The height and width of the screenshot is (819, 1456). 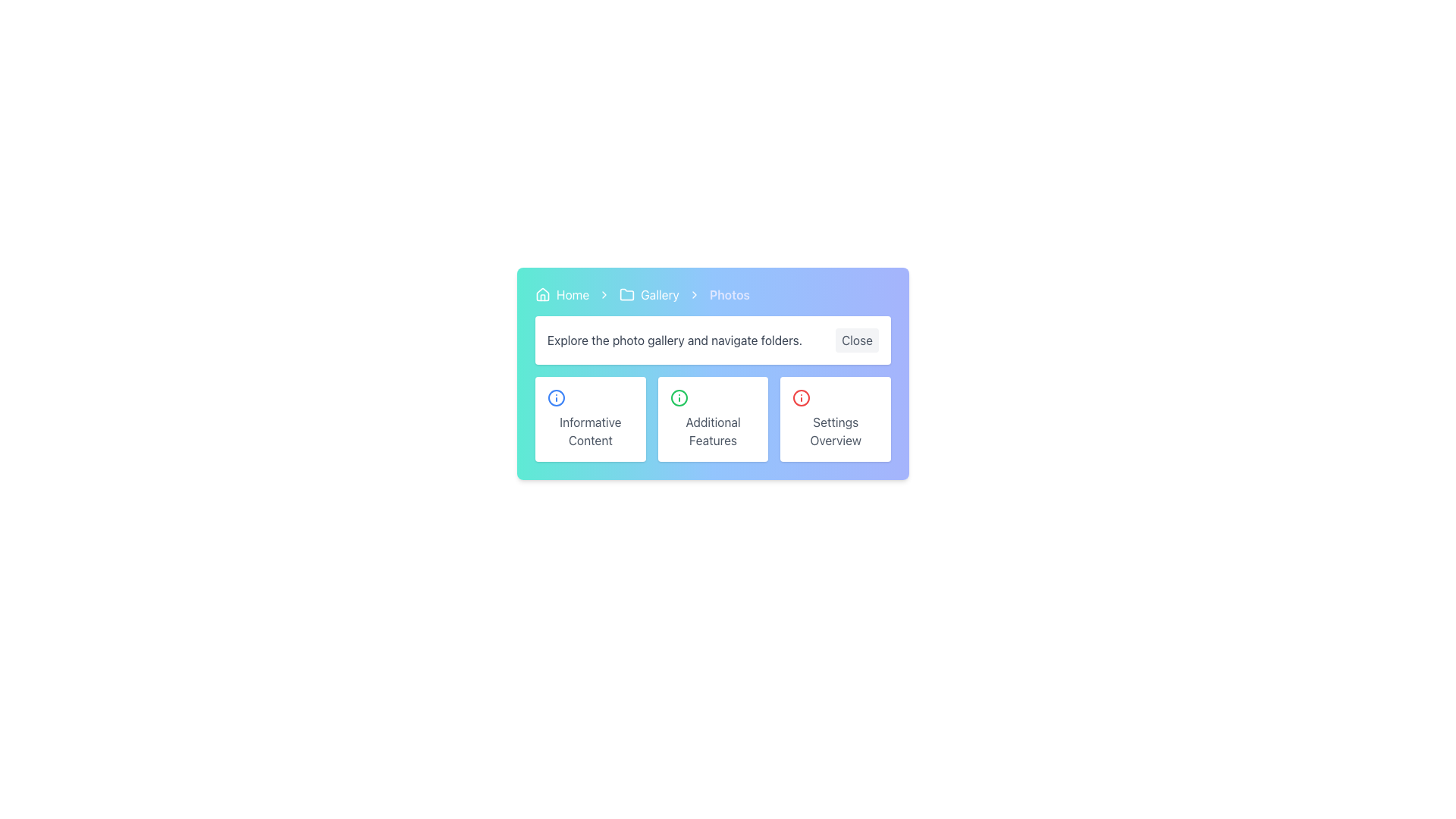 What do you see at coordinates (835, 431) in the screenshot?
I see `the text 'Settings Overview' styled with a gray font color` at bounding box center [835, 431].